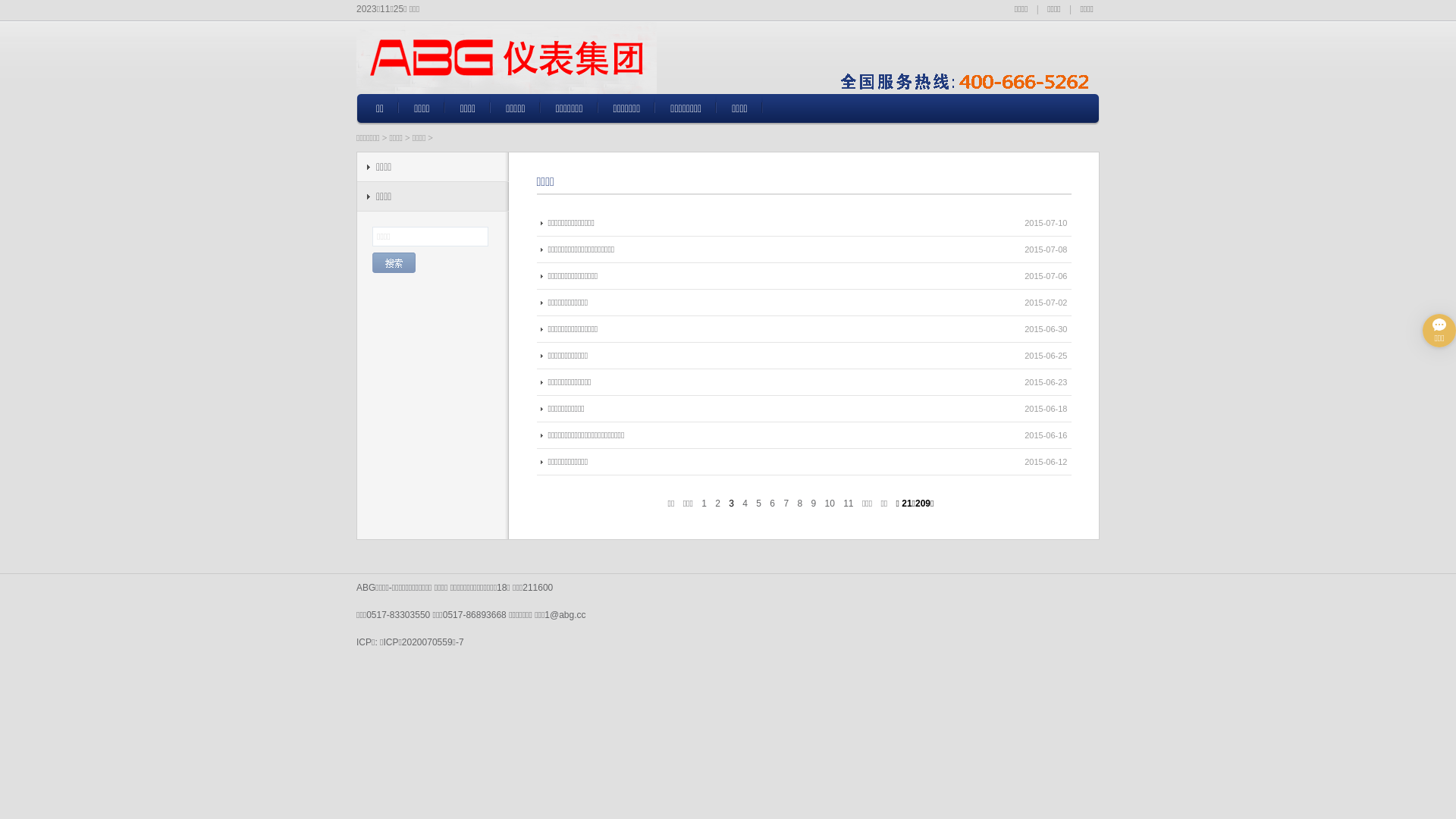 This screenshot has height=819, width=1456. What do you see at coordinates (847, 503) in the screenshot?
I see `'11'` at bounding box center [847, 503].